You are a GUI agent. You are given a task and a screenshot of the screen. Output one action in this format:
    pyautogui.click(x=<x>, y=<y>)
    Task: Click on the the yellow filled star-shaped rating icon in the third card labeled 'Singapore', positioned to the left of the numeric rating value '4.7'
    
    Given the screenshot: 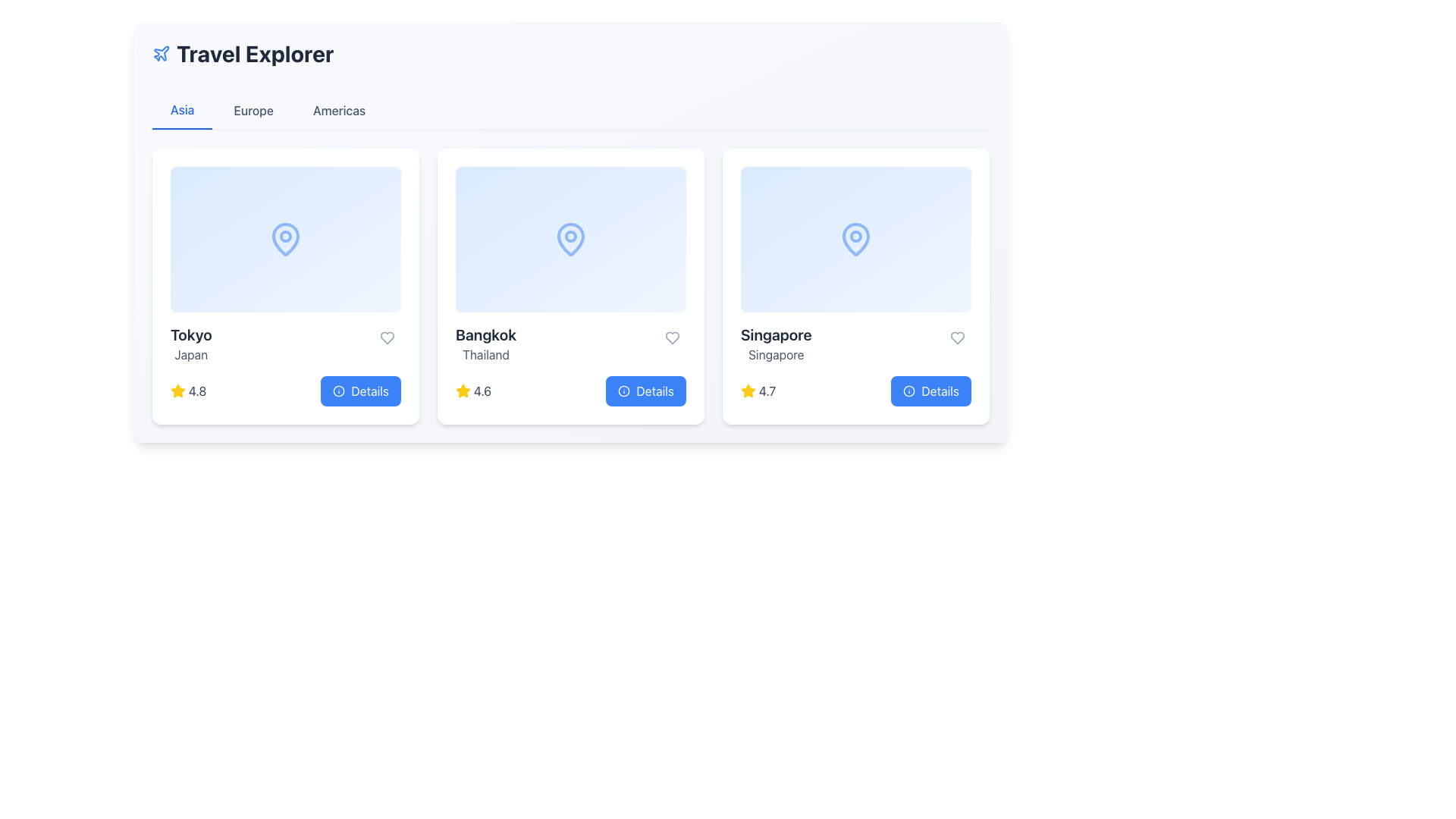 What is the action you would take?
    pyautogui.click(x=748, y=391)
    